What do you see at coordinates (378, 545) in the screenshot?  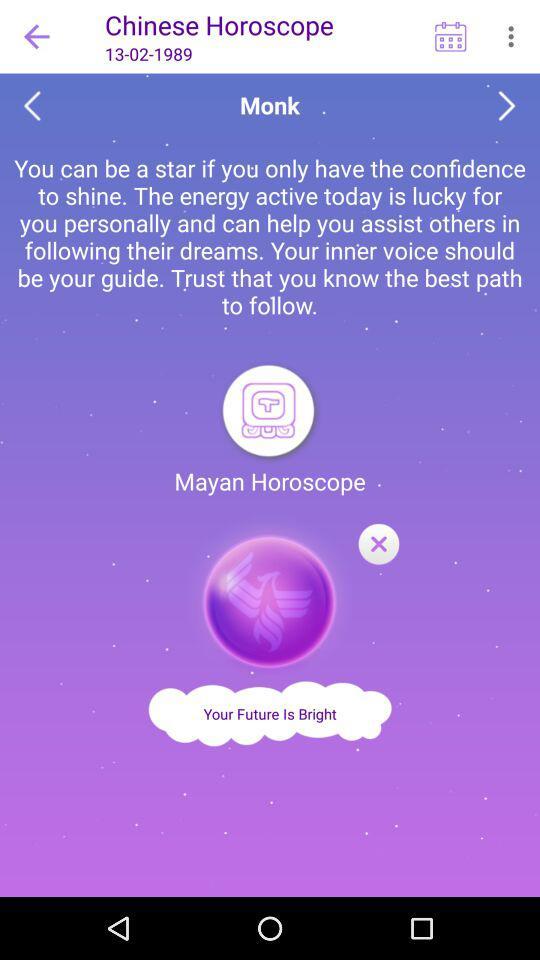 I see `the close icon` at bounding box center [378, 545].